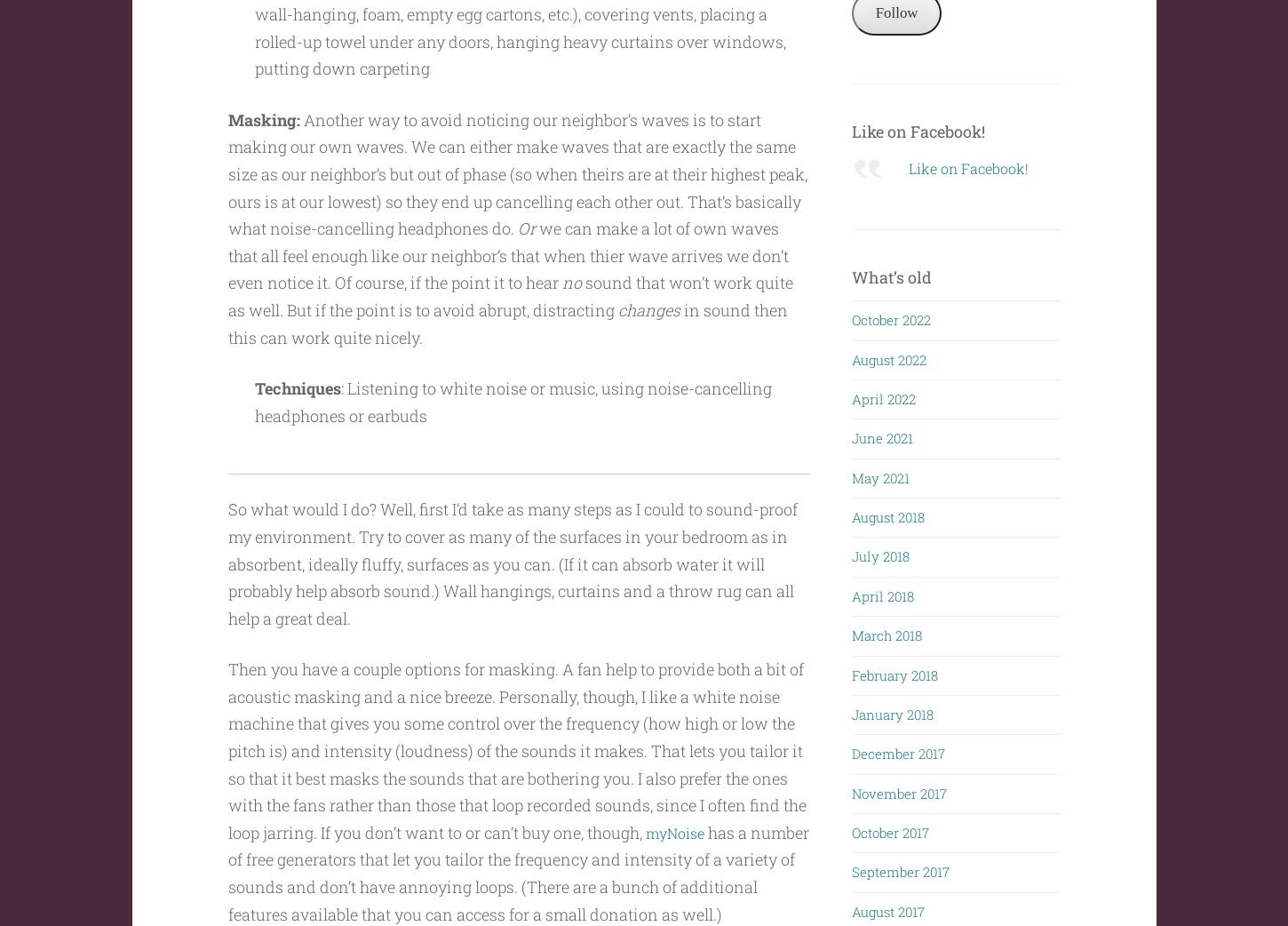 The height and width of the screenshot is (926, 1288). Describe the element at coordinates (677, 831) in the screenshot. I see `'myNoise'` at that location.